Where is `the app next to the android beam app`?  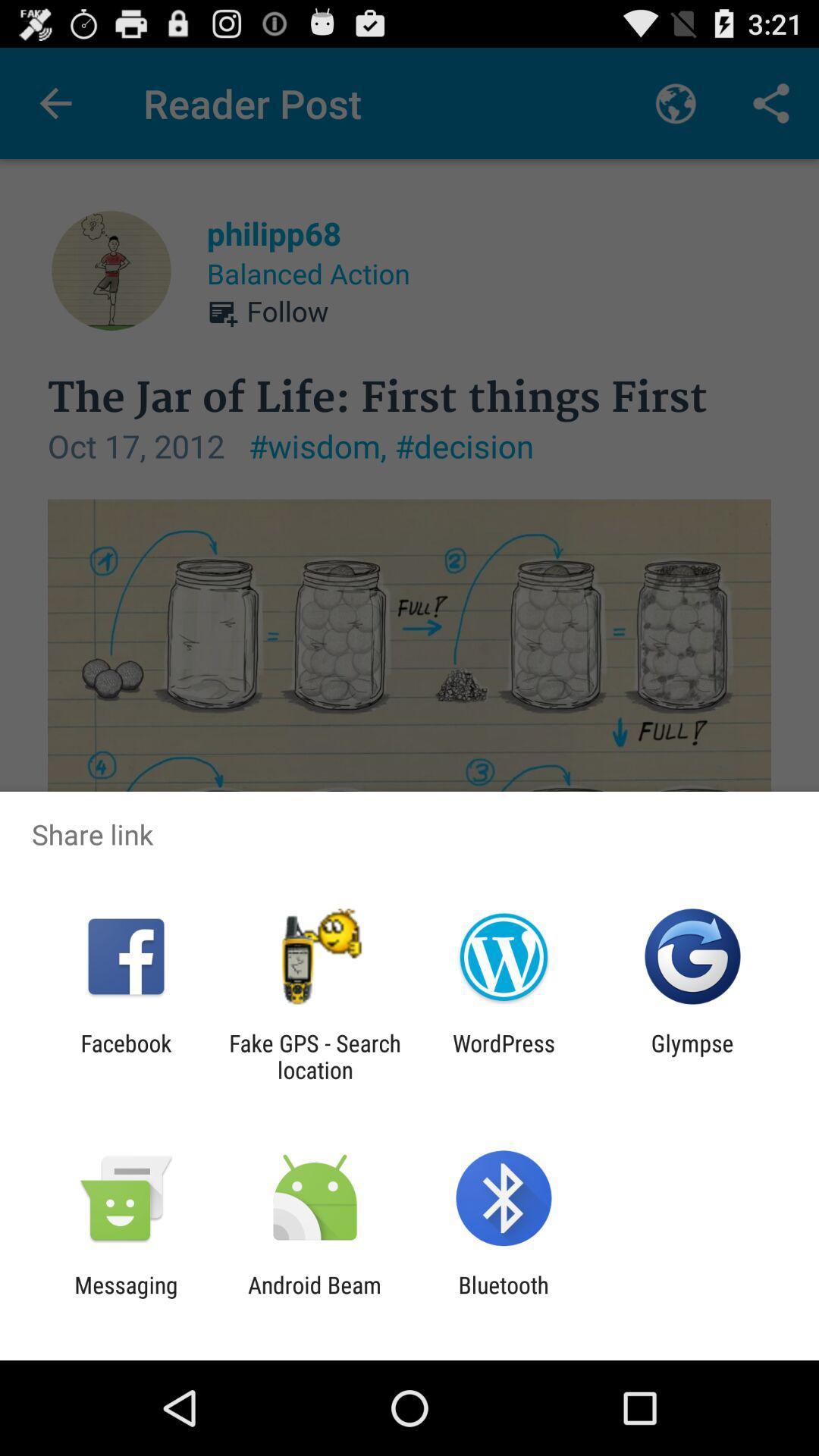 the app next to the android beam app is located at coordinates (125, 1298).